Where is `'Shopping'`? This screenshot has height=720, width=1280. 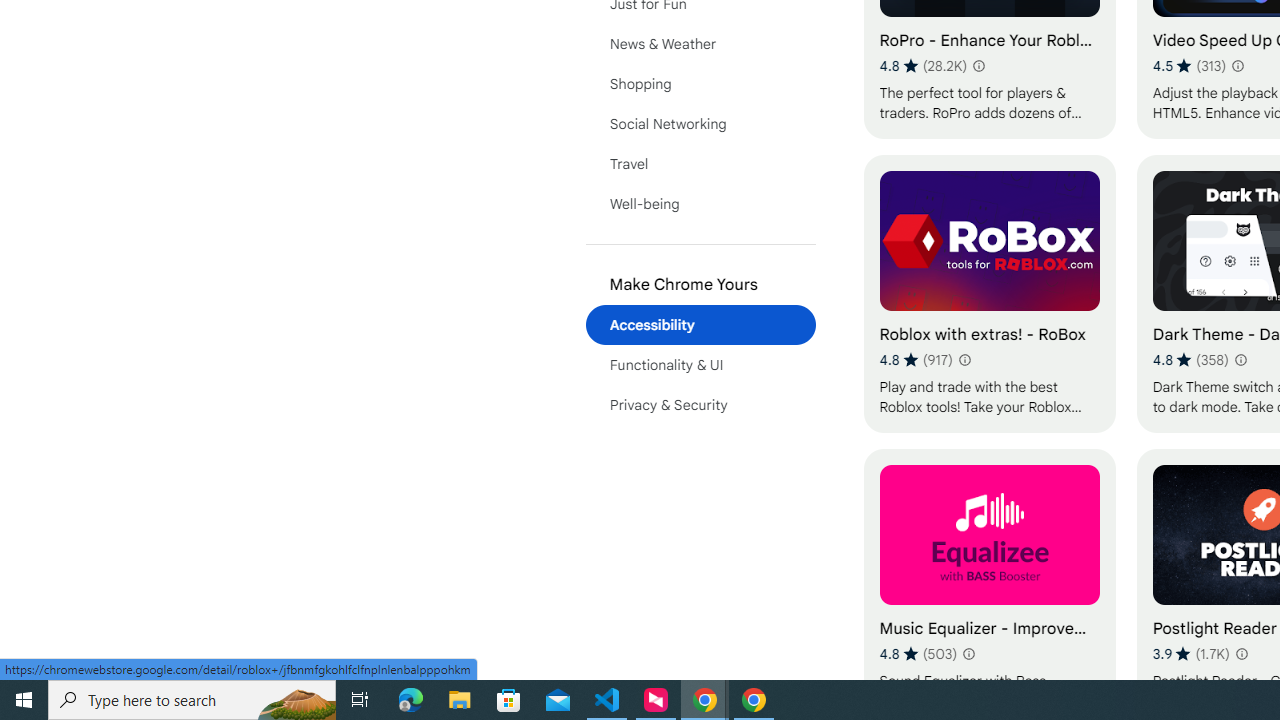 'Shopping' is located at coordinates (700, 82).